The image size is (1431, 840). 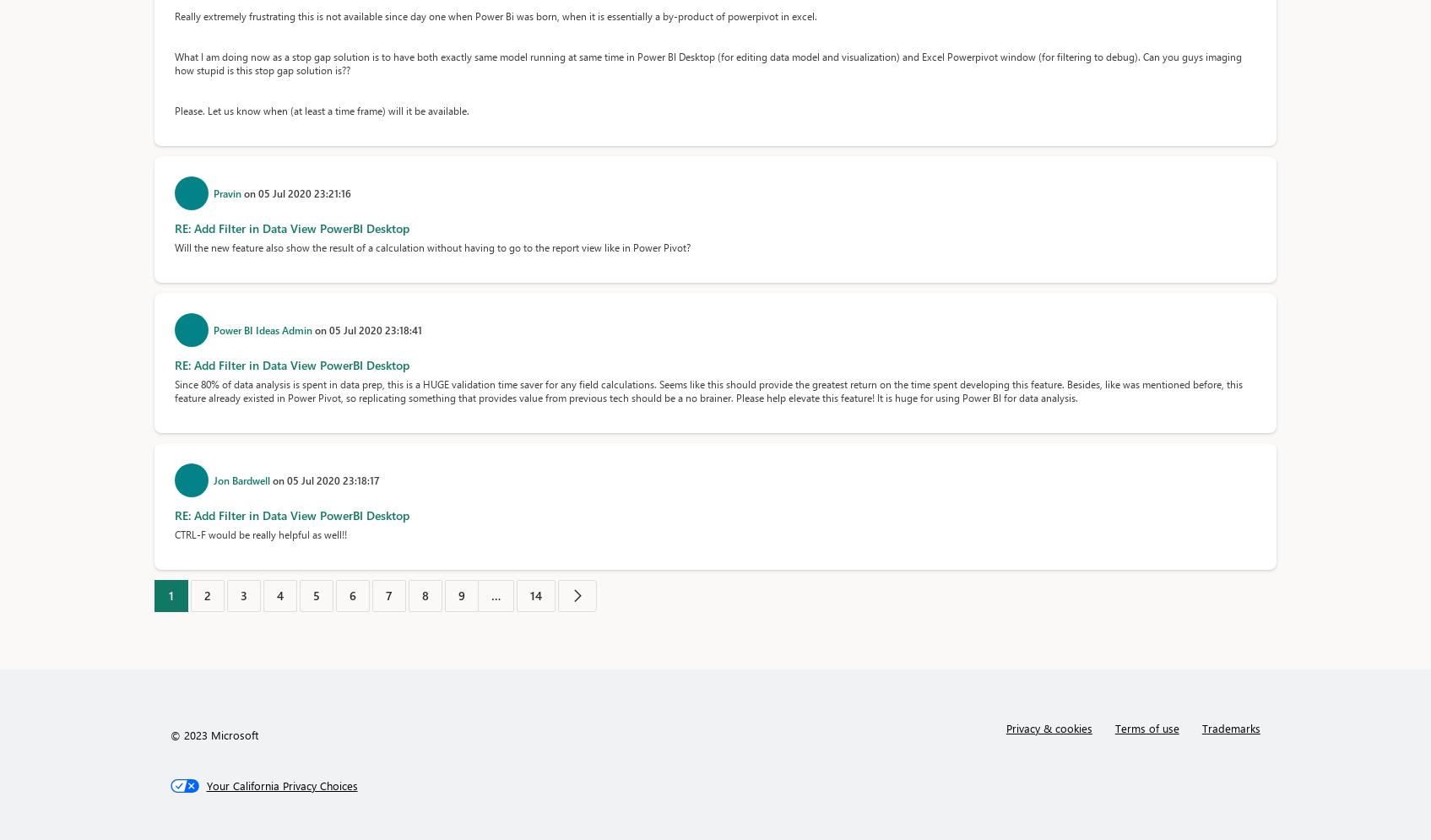 I want to click on 'Will the new feature also show the result of a calculation without having to go to the report view like in Power Pivot?', so click(x=431, y=247).